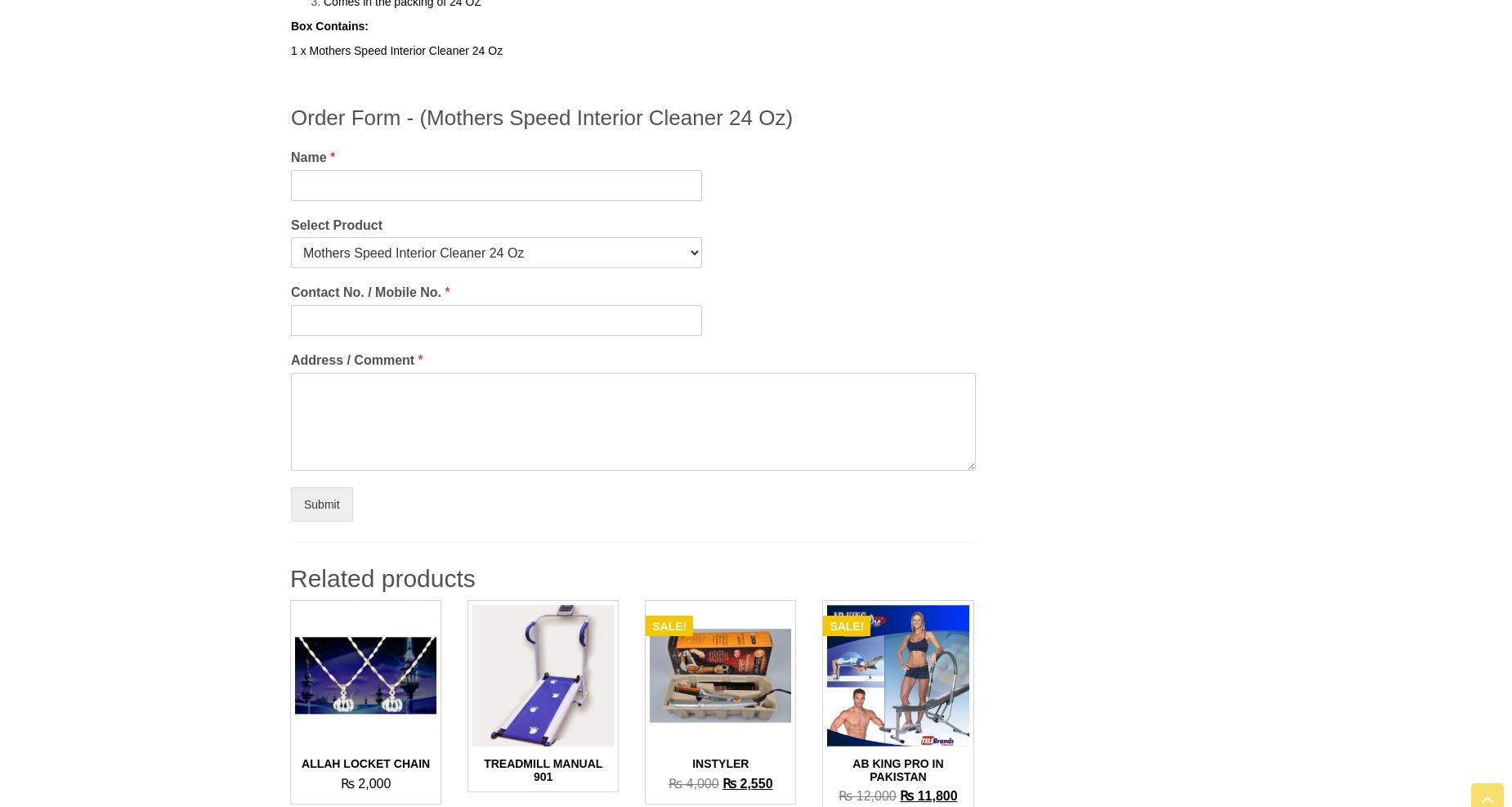 The image size is (1512, 807). I want to click on '2,550', so click(754, 782).